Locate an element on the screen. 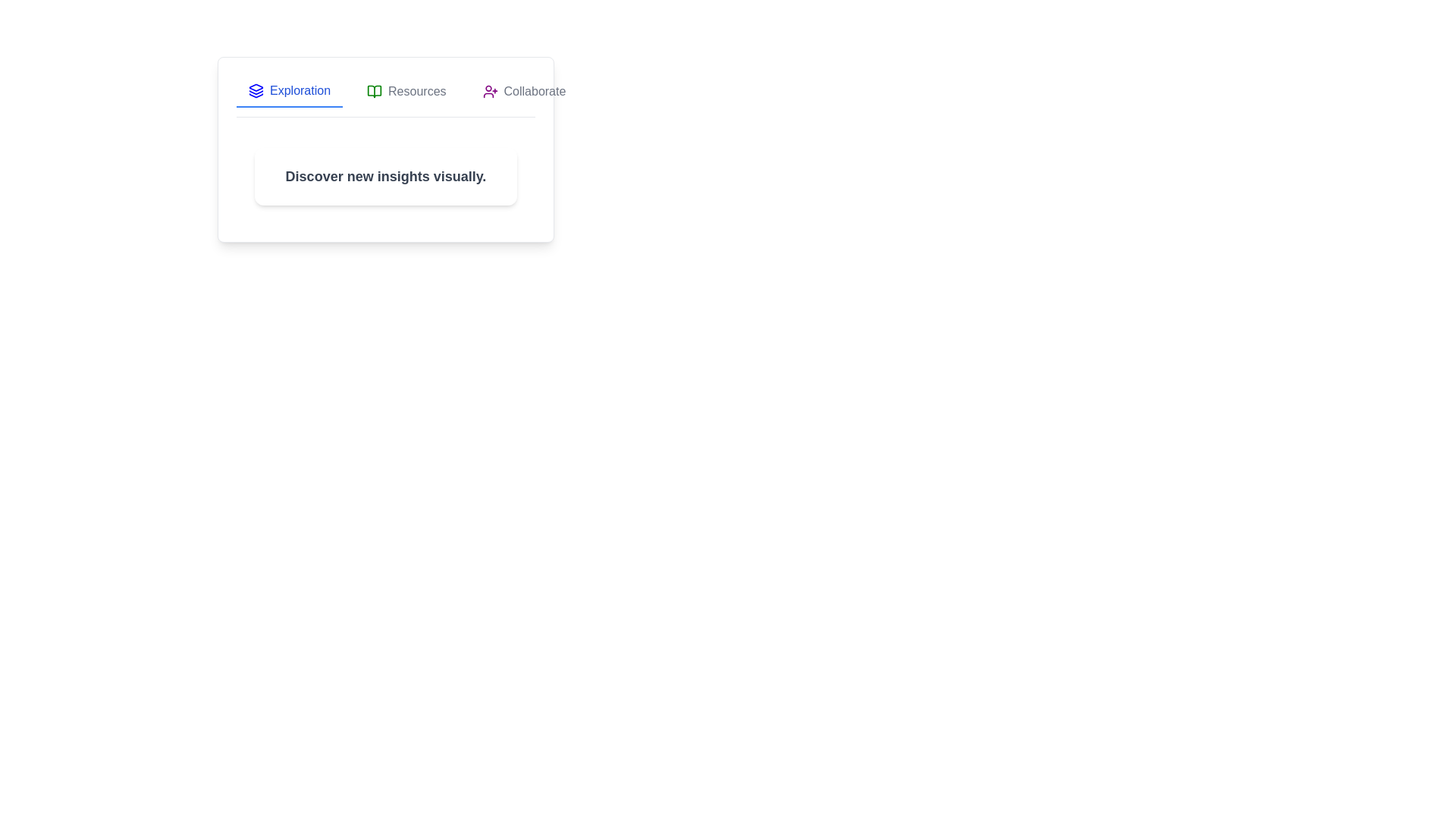 The image size is (1456, 819). the Resources tab is located at coordinates (406, 91).